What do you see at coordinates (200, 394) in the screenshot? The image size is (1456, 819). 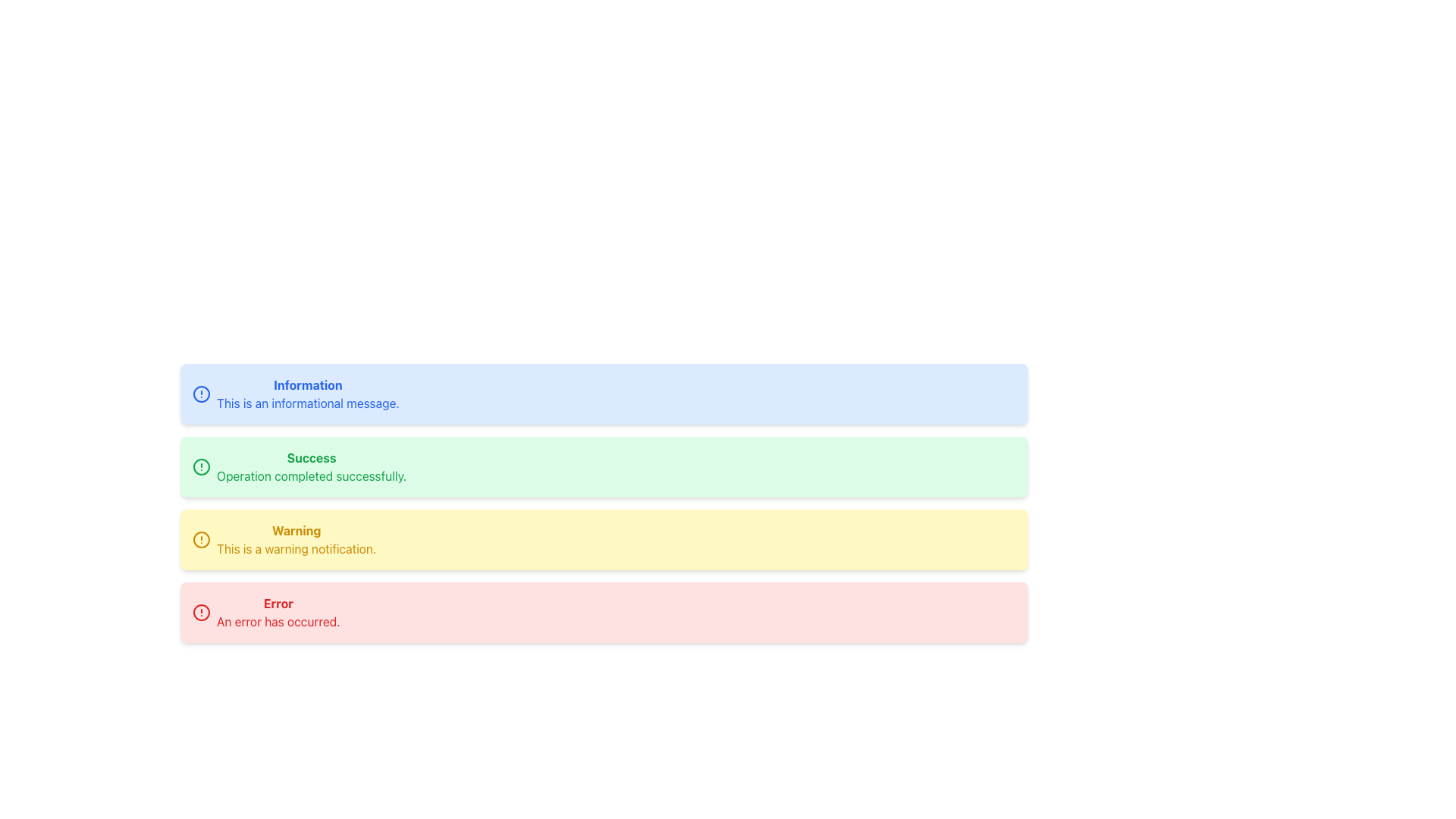 I see `the circular icon with a blue outline and an exclamation mark in the center, located to the left of the text in the first notification banner` at bounding box center [200, 394].